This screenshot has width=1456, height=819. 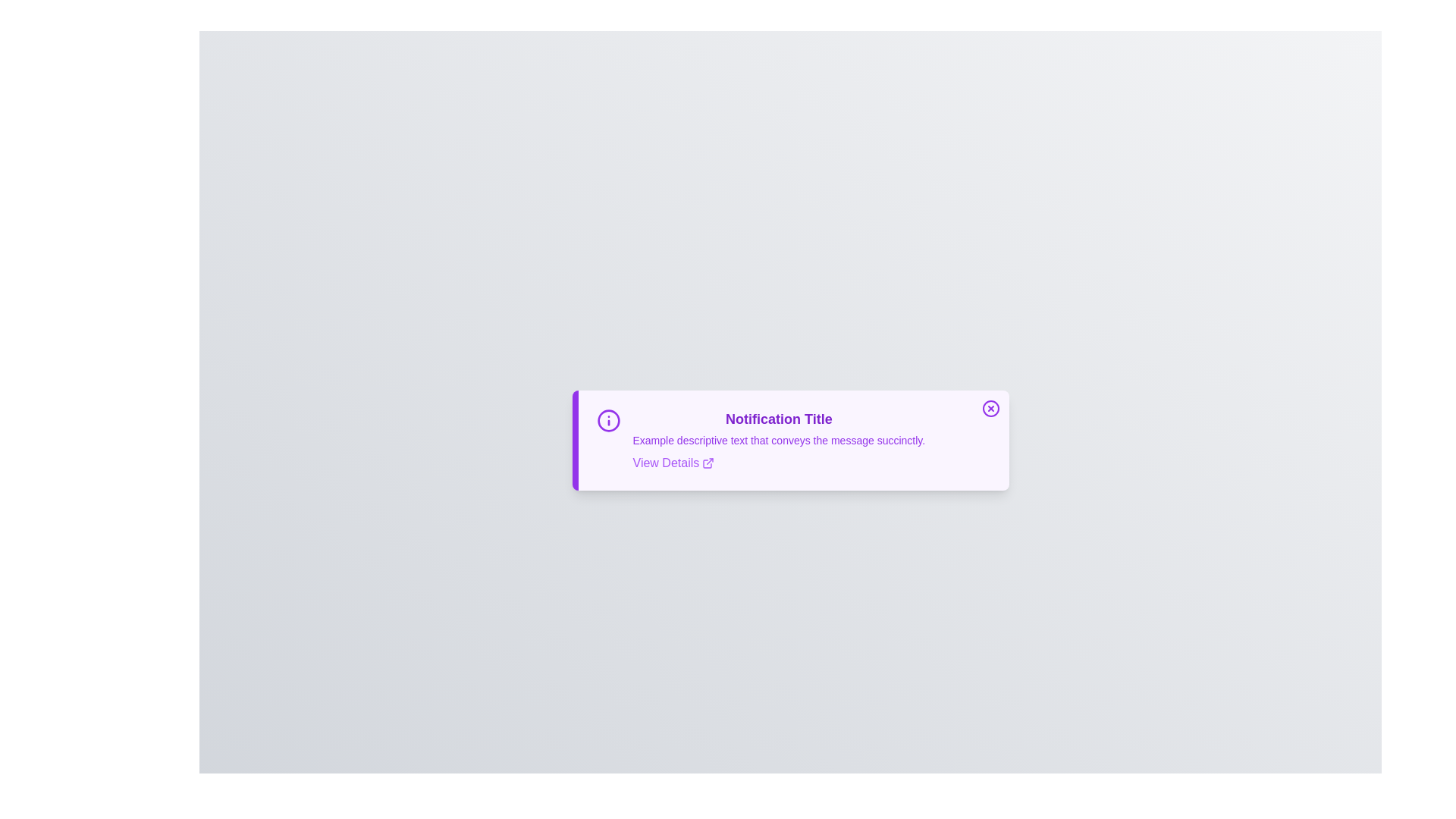 I want to click on the close button of the notification alert, so click(x=990, y=408).